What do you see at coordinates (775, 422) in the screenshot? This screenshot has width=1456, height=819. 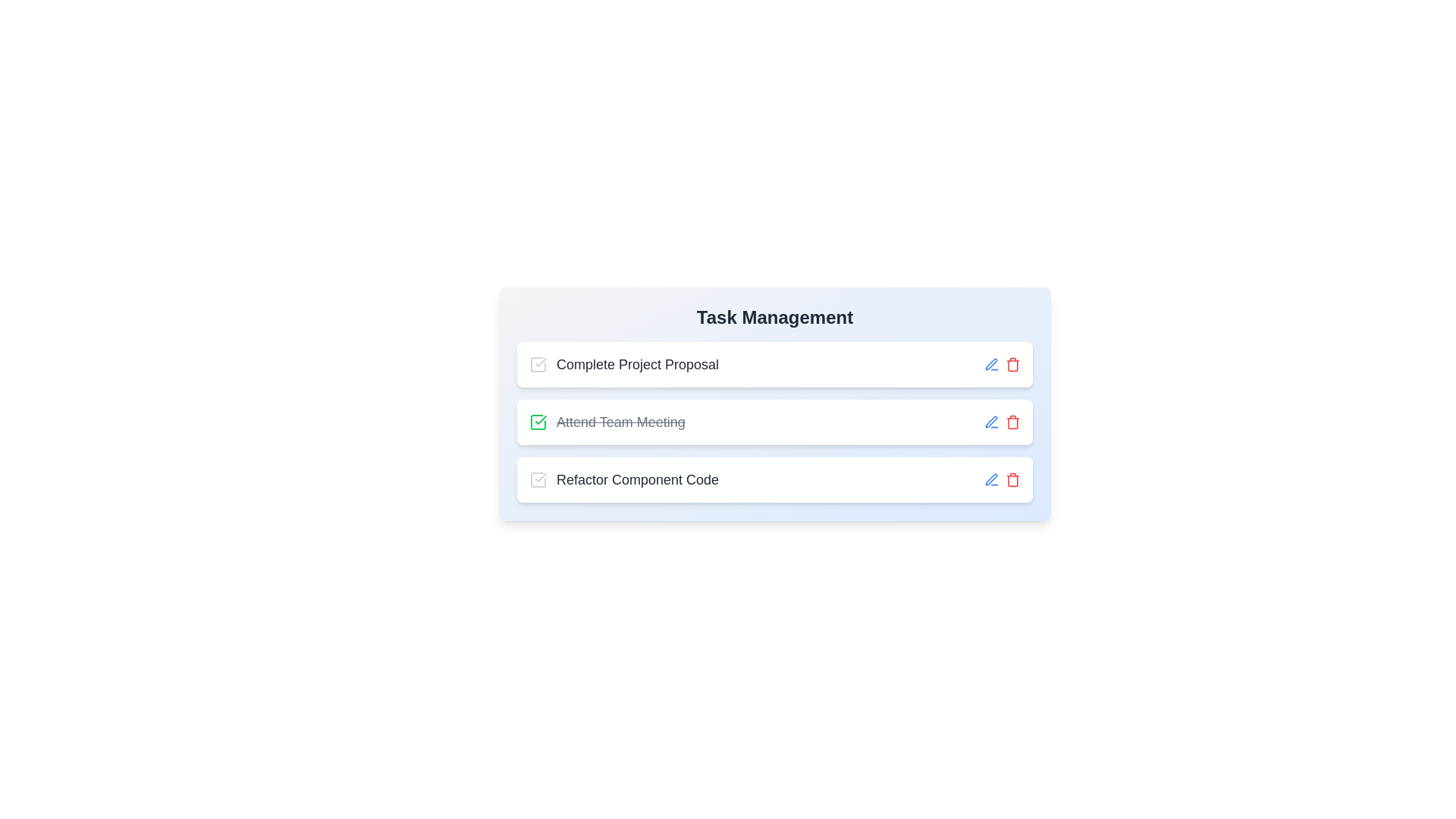 I see `the green checkbox to the left of the completed task 'Attend Team Meeting' in the Task Management panel` at bounding box center [775, 422].